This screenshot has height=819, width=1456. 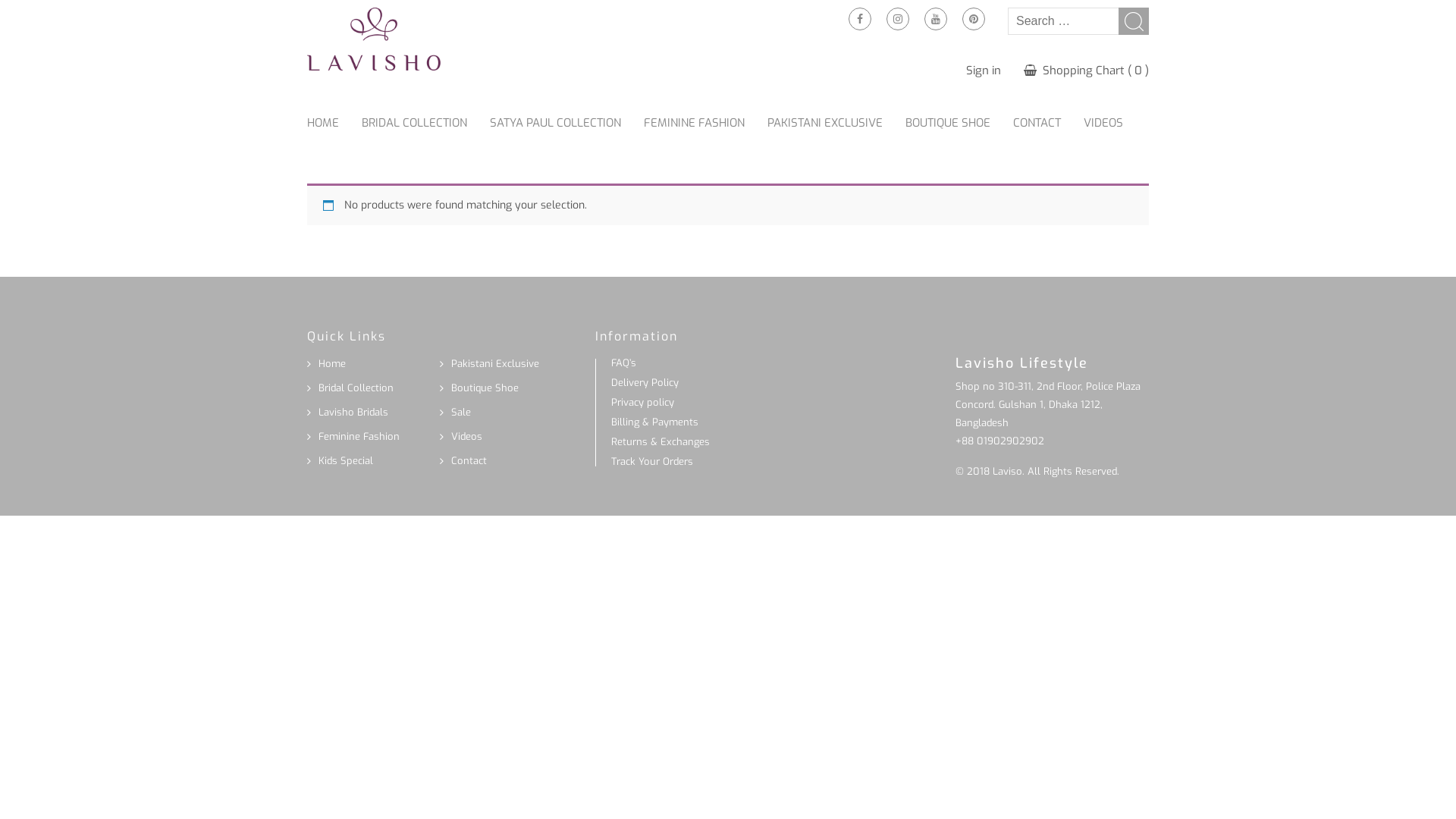 I want to click on 'Pakistani Exclusive', so click(x=494, y=363).